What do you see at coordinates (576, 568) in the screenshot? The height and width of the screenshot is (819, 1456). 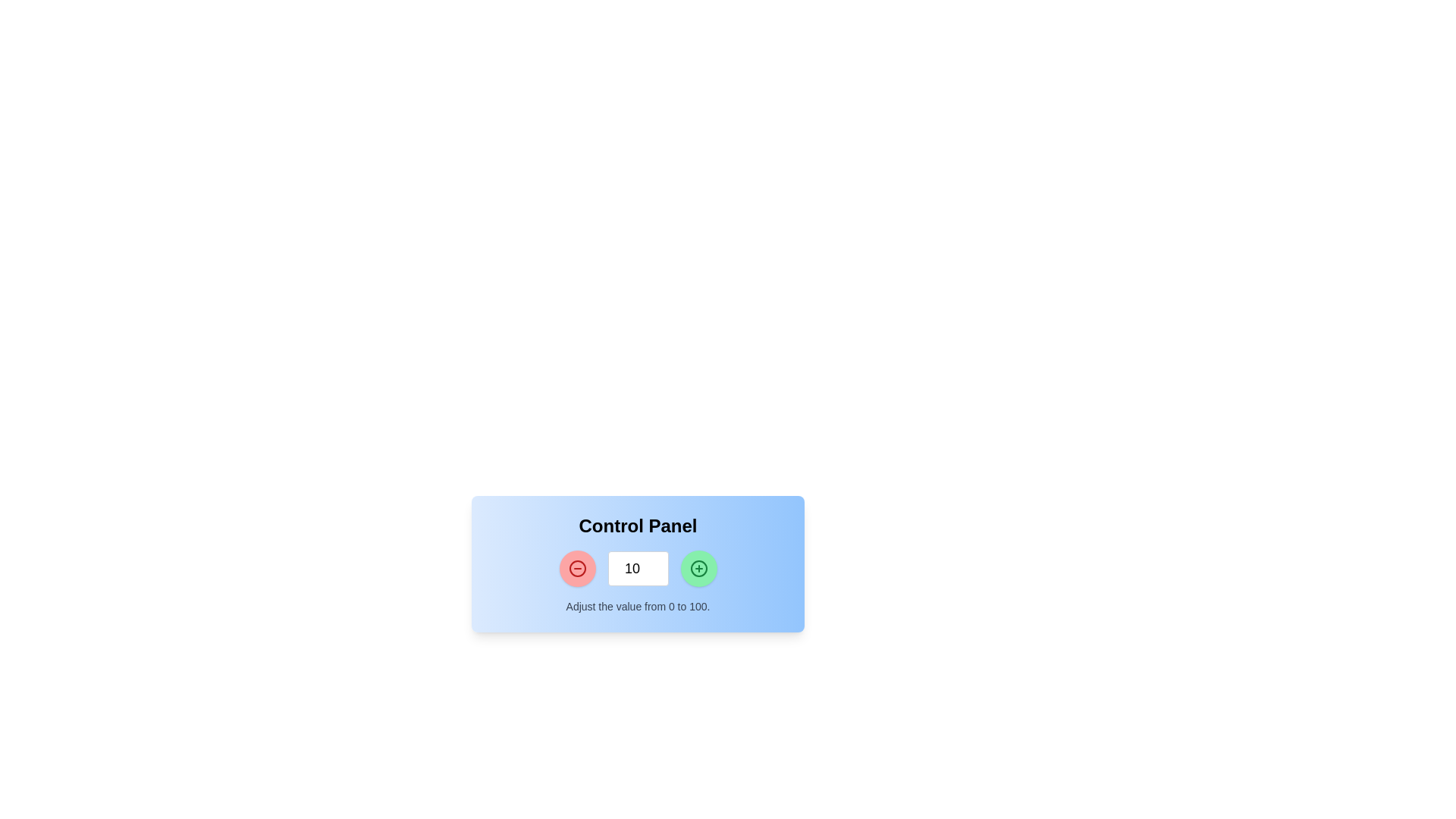 I see `the decrement action icon located inside the red circular button on the far left of the control panel` at bounding box center [576, 568].